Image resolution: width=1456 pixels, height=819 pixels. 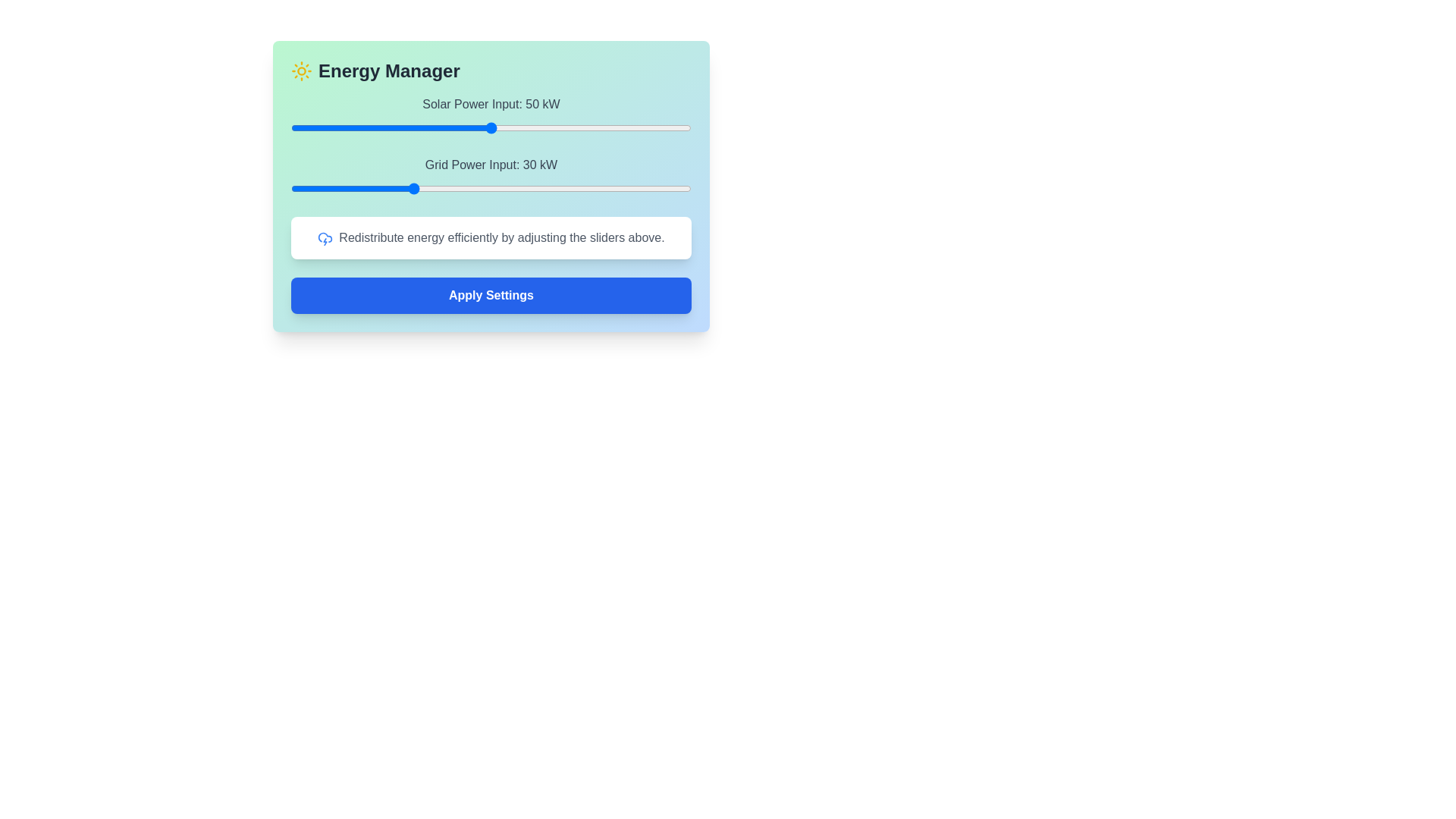 I want to click on the Grid Power Input slider to 48 kW, so click(x=482, y=188).